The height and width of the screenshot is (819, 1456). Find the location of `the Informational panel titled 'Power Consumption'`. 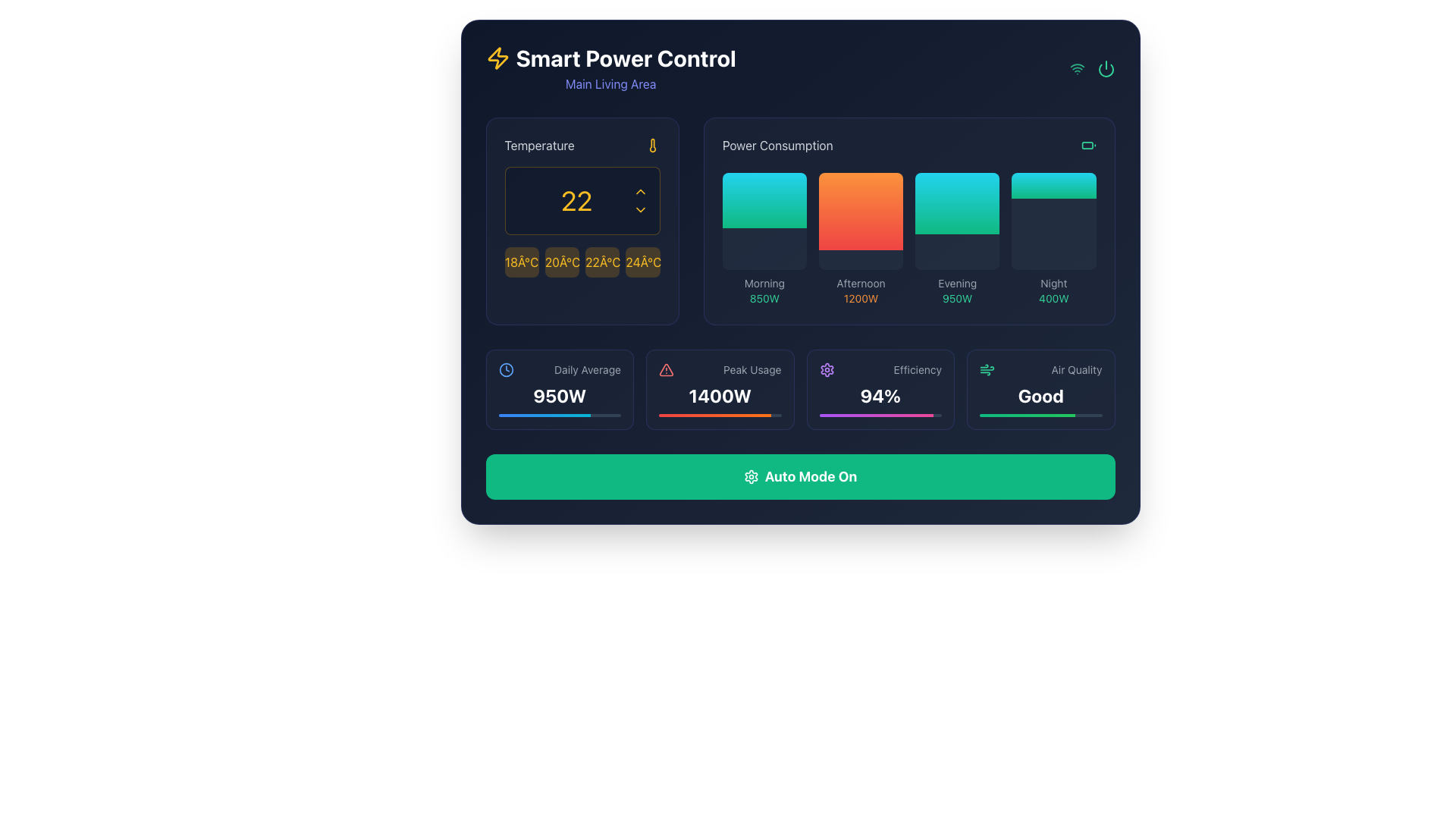

the Informational panel titled 'Power Consumption' is located at coordinates (909, 221).